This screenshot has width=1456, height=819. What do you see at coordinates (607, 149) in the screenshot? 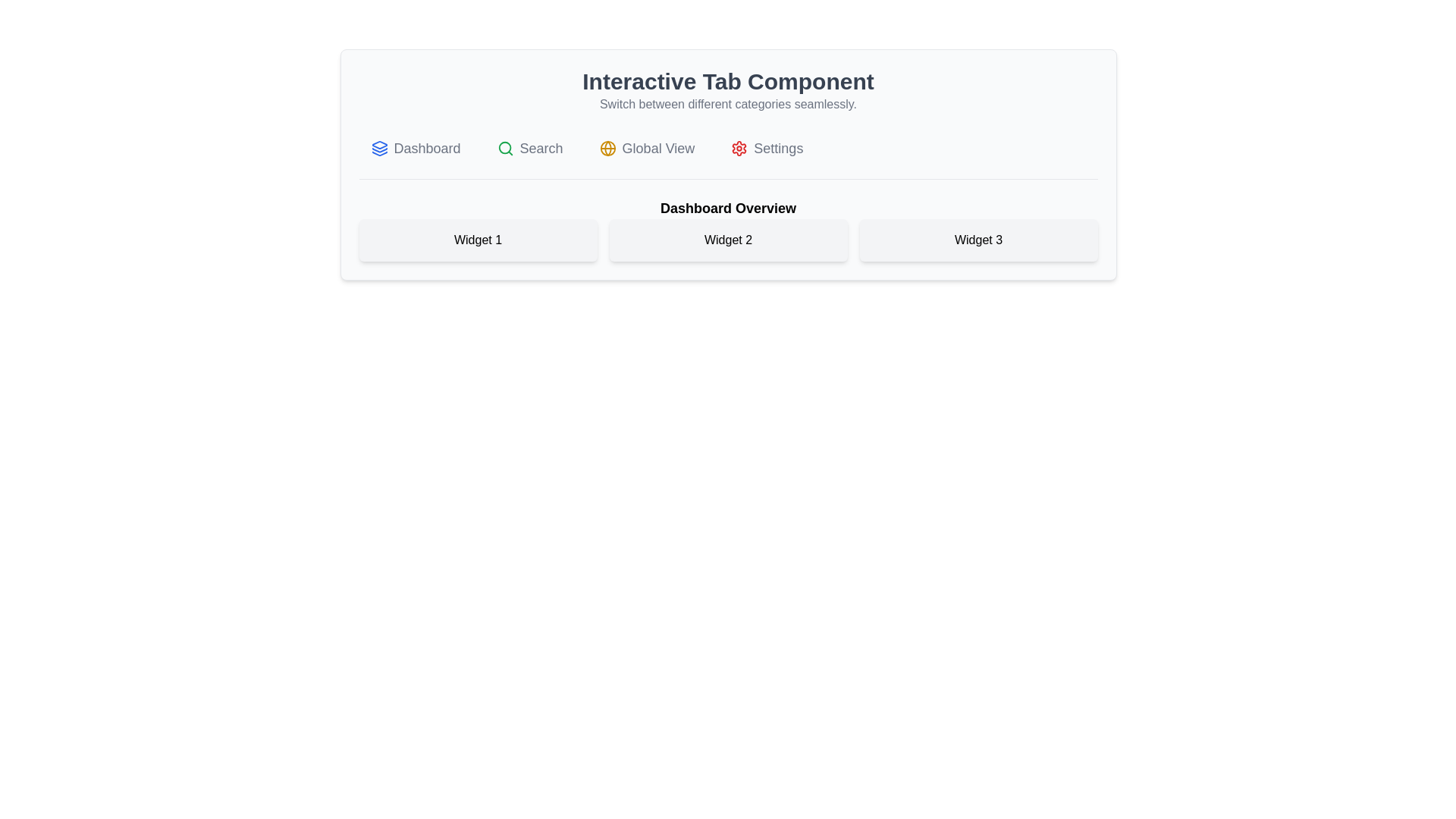
I see `the inner circular component of the 'Global View' icon in the top navigation menu, located between the 'Search' and 'Settings' options` at bounding box center [607, 149].